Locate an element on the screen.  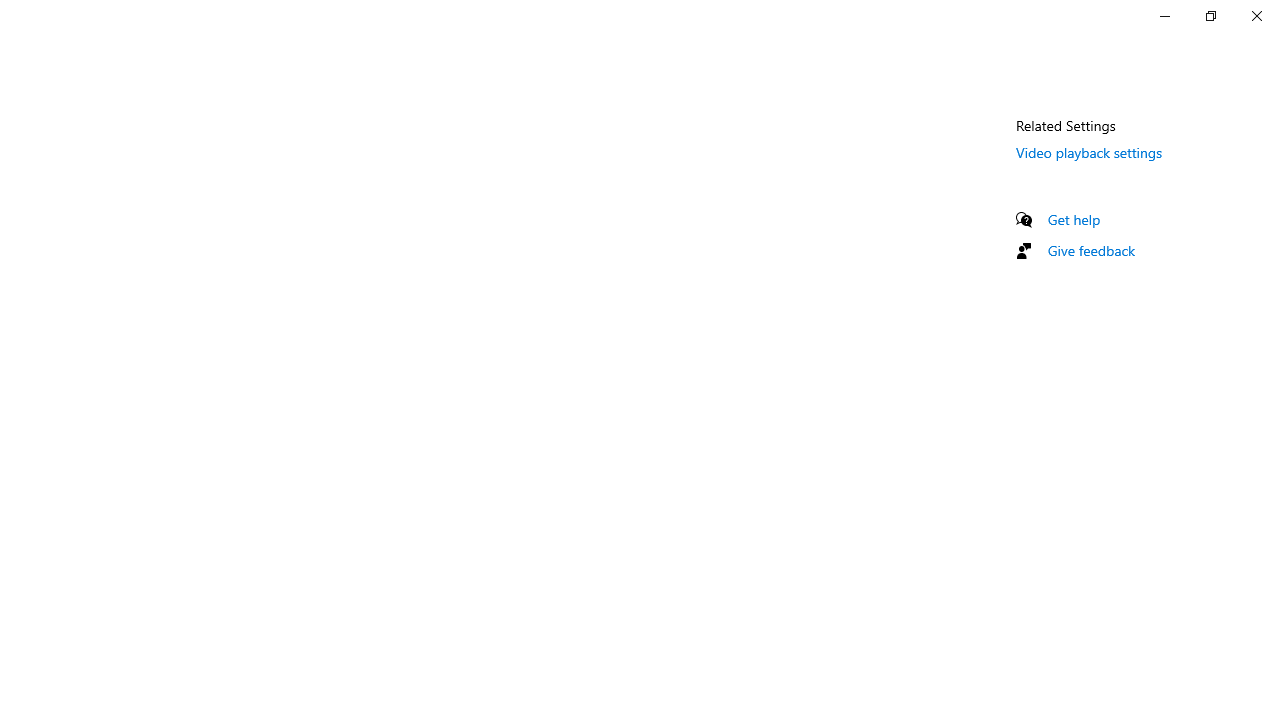
'Give feedback' is located at coordinates (1090, 249).